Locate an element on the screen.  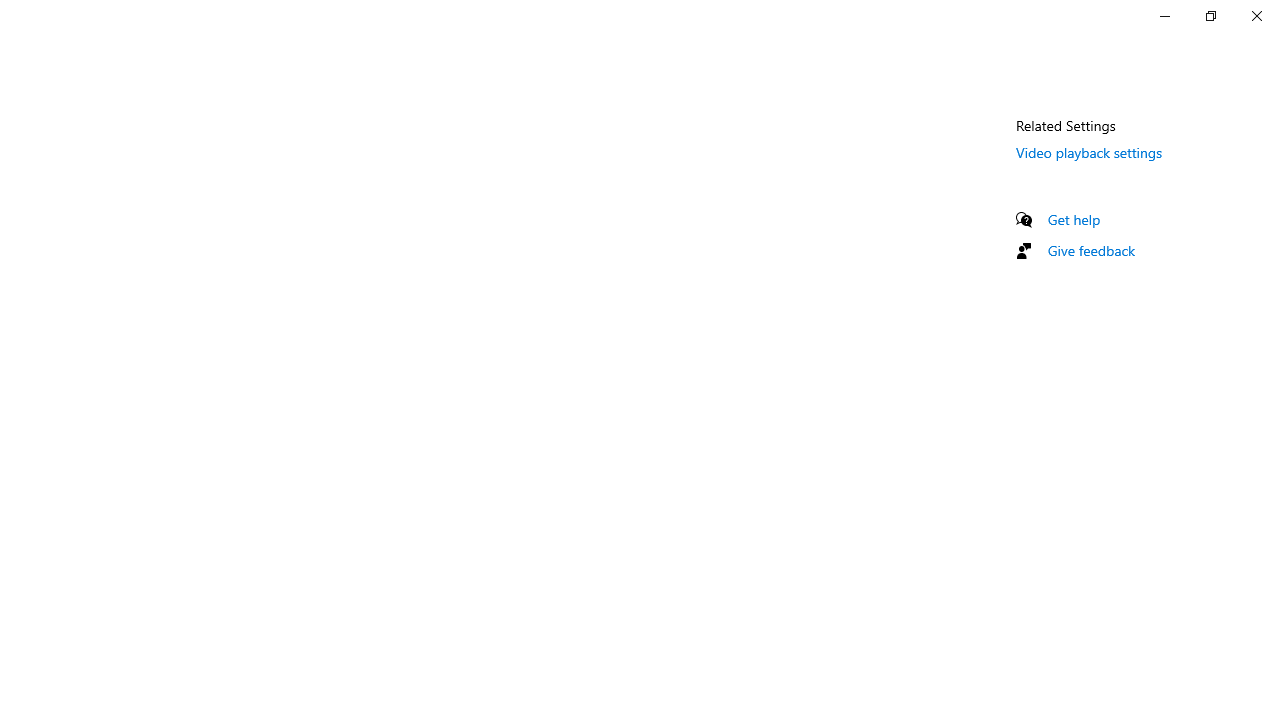
'Give feedback' is located at coordinates (1090, 249).